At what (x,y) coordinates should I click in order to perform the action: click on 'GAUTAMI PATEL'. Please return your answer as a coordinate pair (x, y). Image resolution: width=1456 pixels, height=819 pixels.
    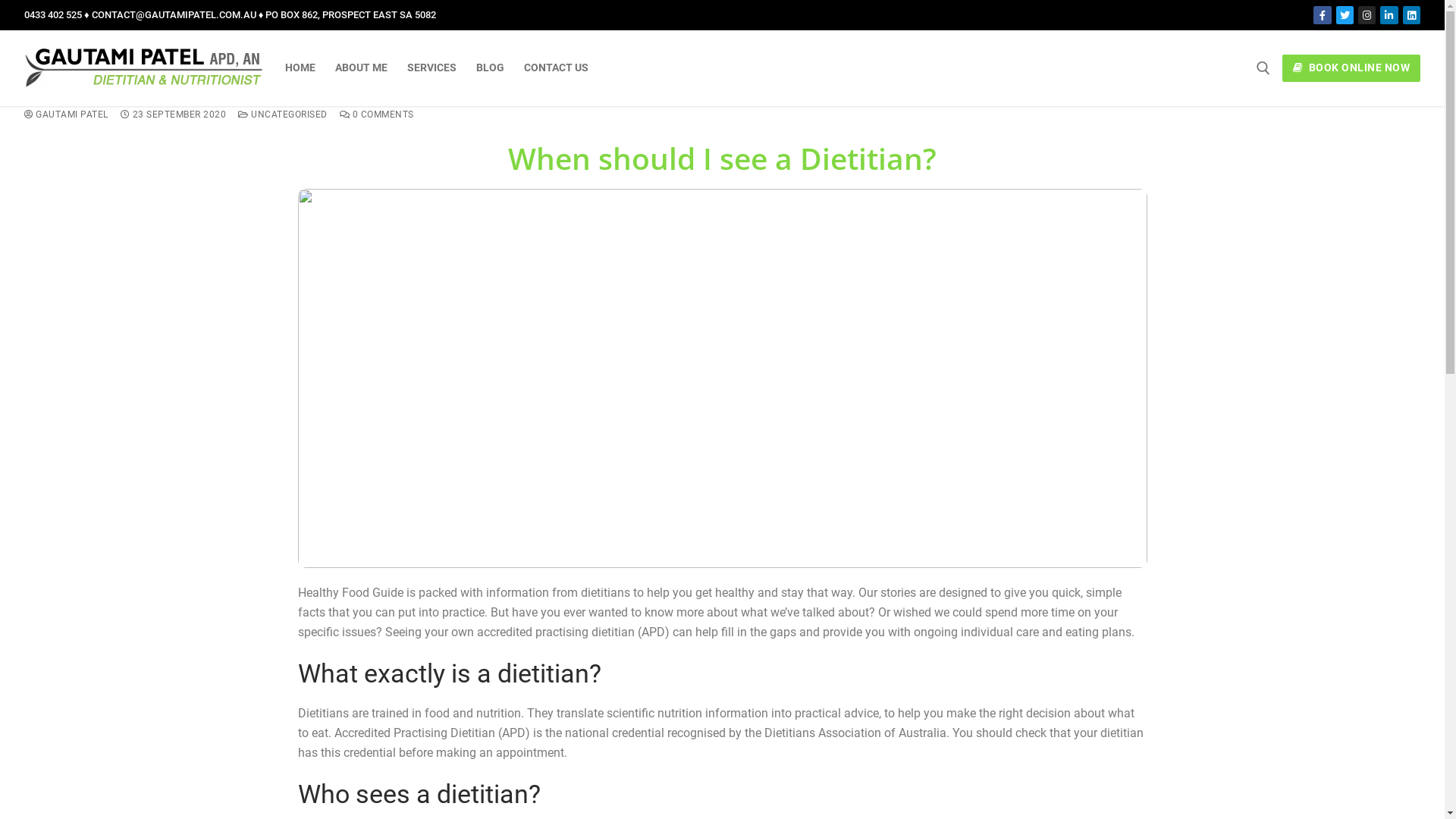
    Looking at the image, I should click on (24, 113).